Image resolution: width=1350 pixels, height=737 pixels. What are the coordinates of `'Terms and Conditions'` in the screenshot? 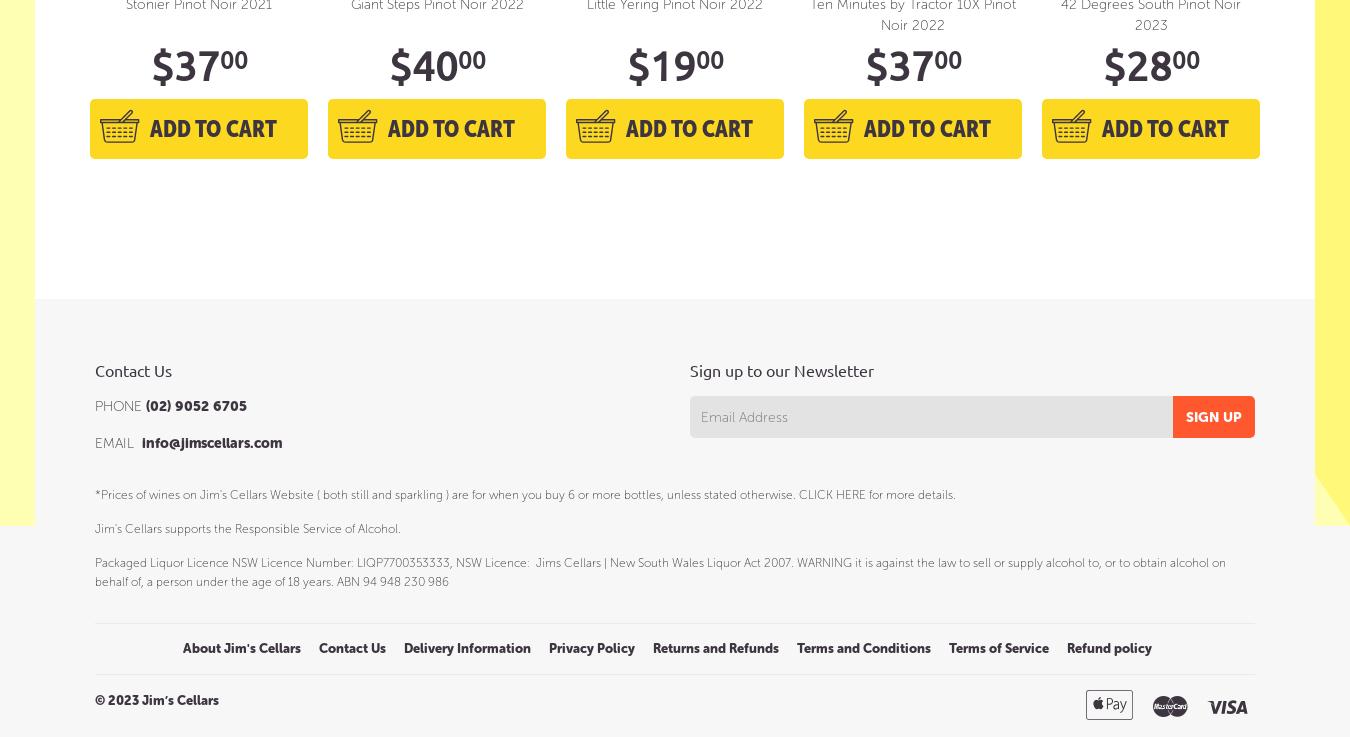 It's located at (864, 647).